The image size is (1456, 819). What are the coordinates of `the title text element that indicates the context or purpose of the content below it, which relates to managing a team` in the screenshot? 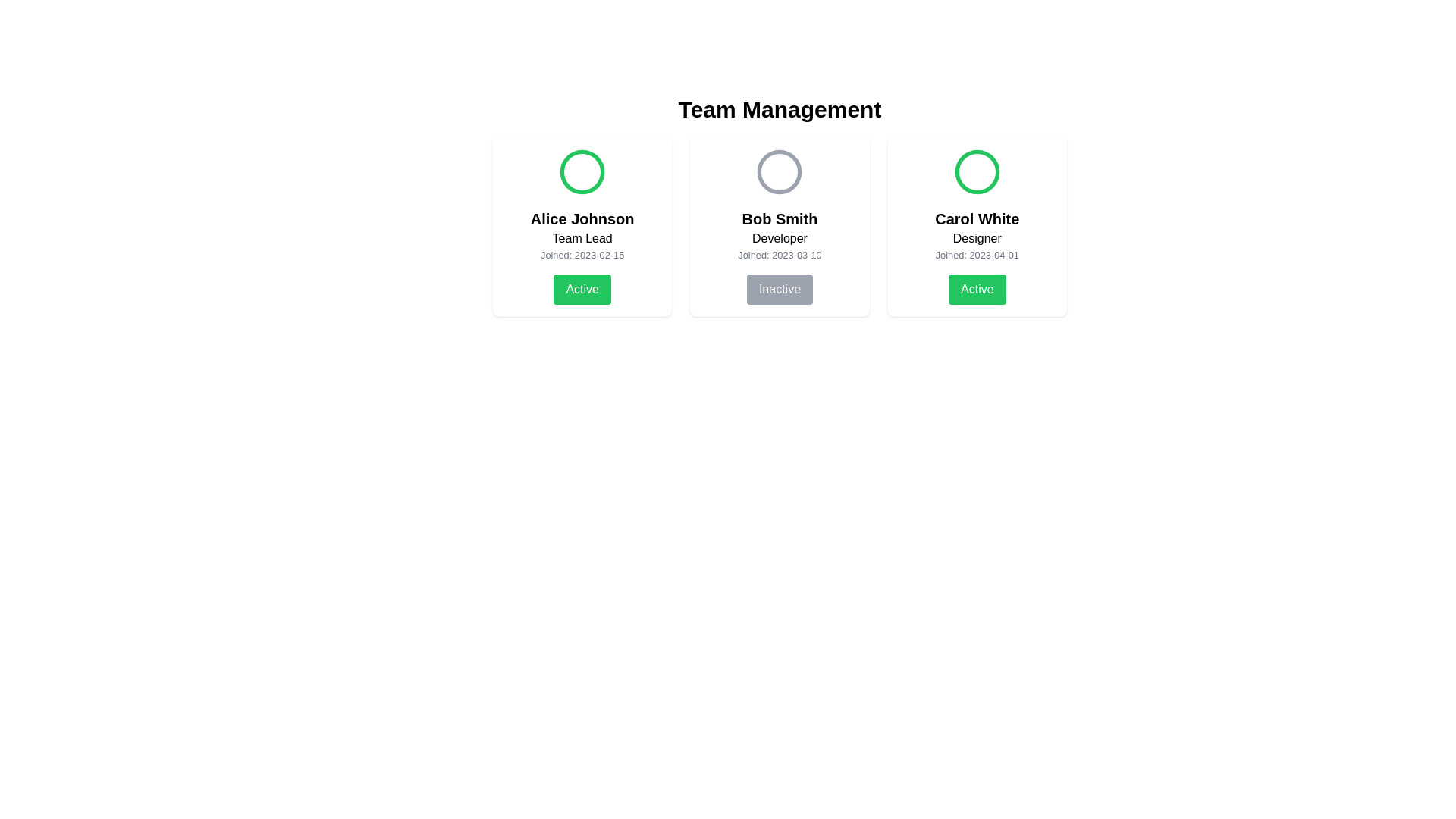 It's located at (780, 109).